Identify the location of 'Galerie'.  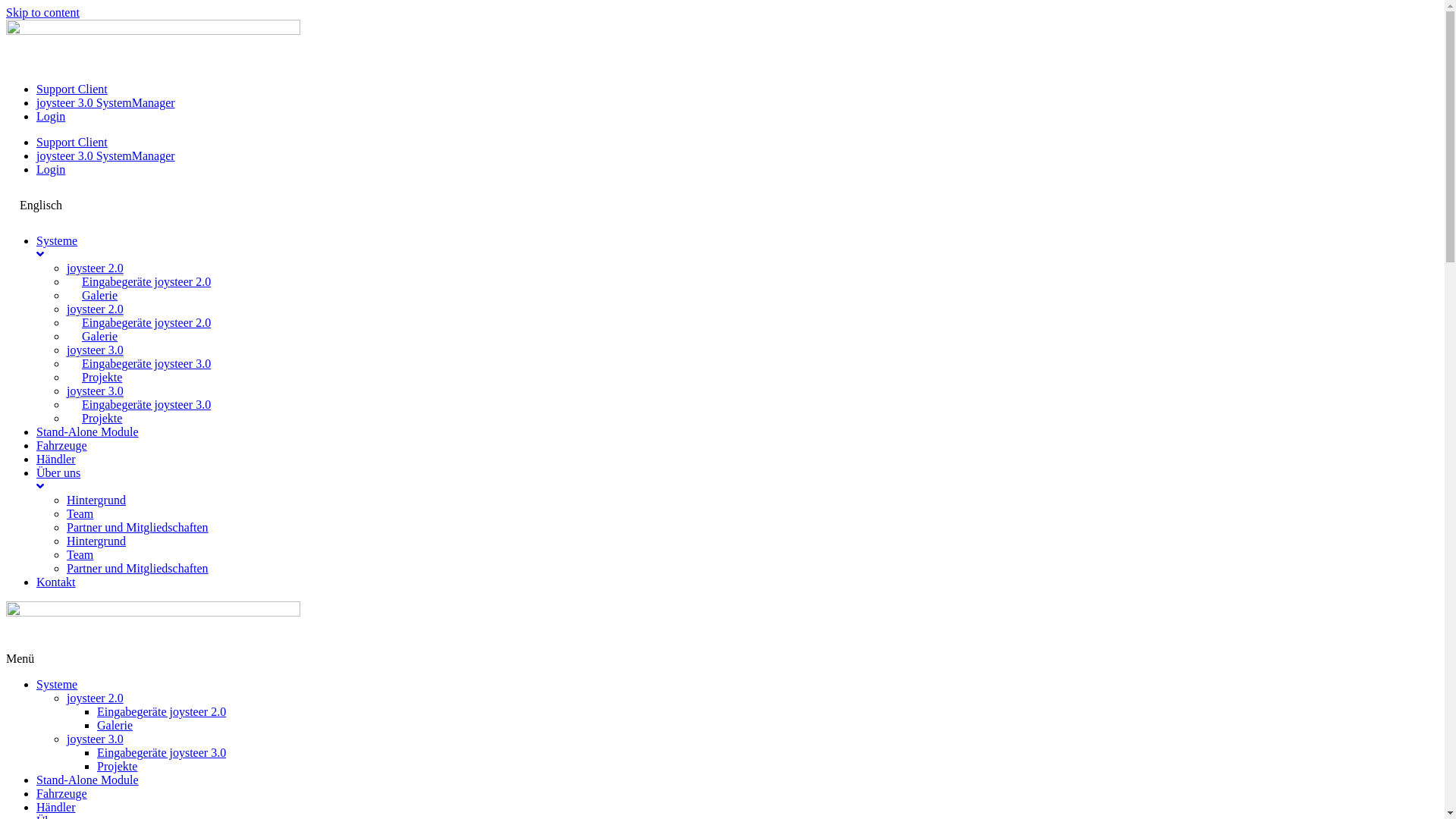
(99, 295).